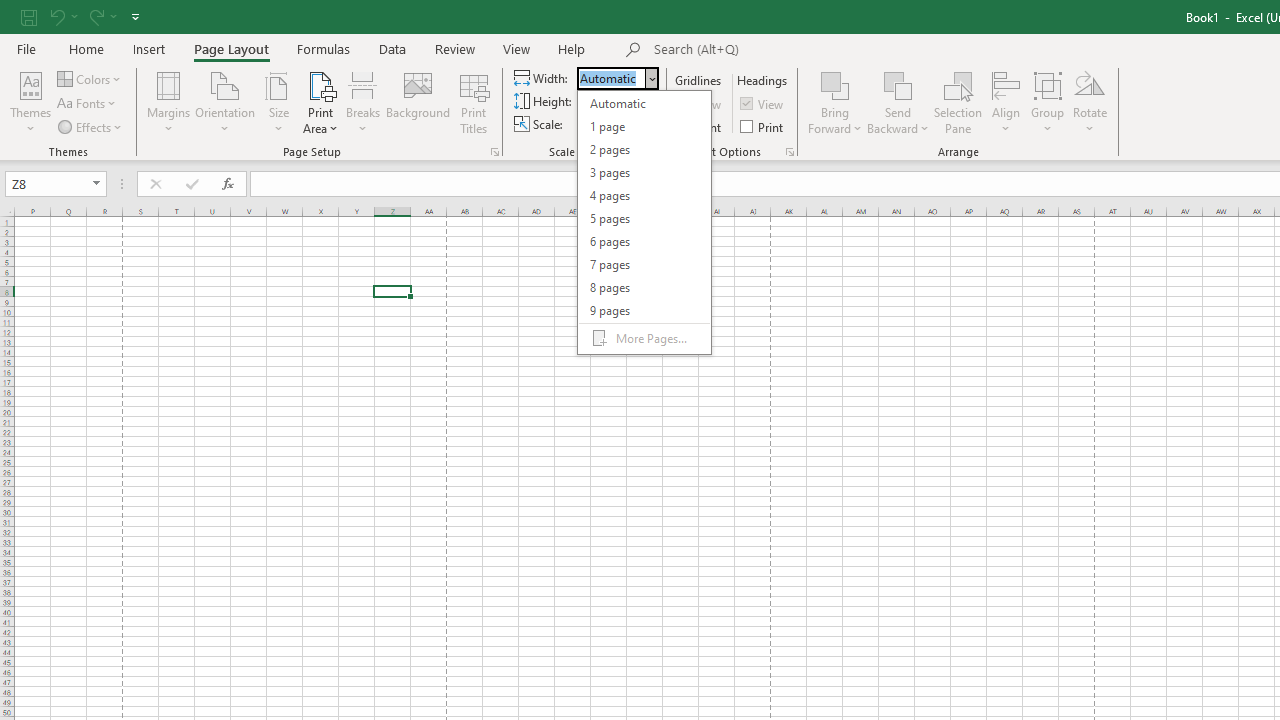 Image resolution: width=1280 pixels, height=720 pixels. I want to click on 'Themes', so click(30, 103).